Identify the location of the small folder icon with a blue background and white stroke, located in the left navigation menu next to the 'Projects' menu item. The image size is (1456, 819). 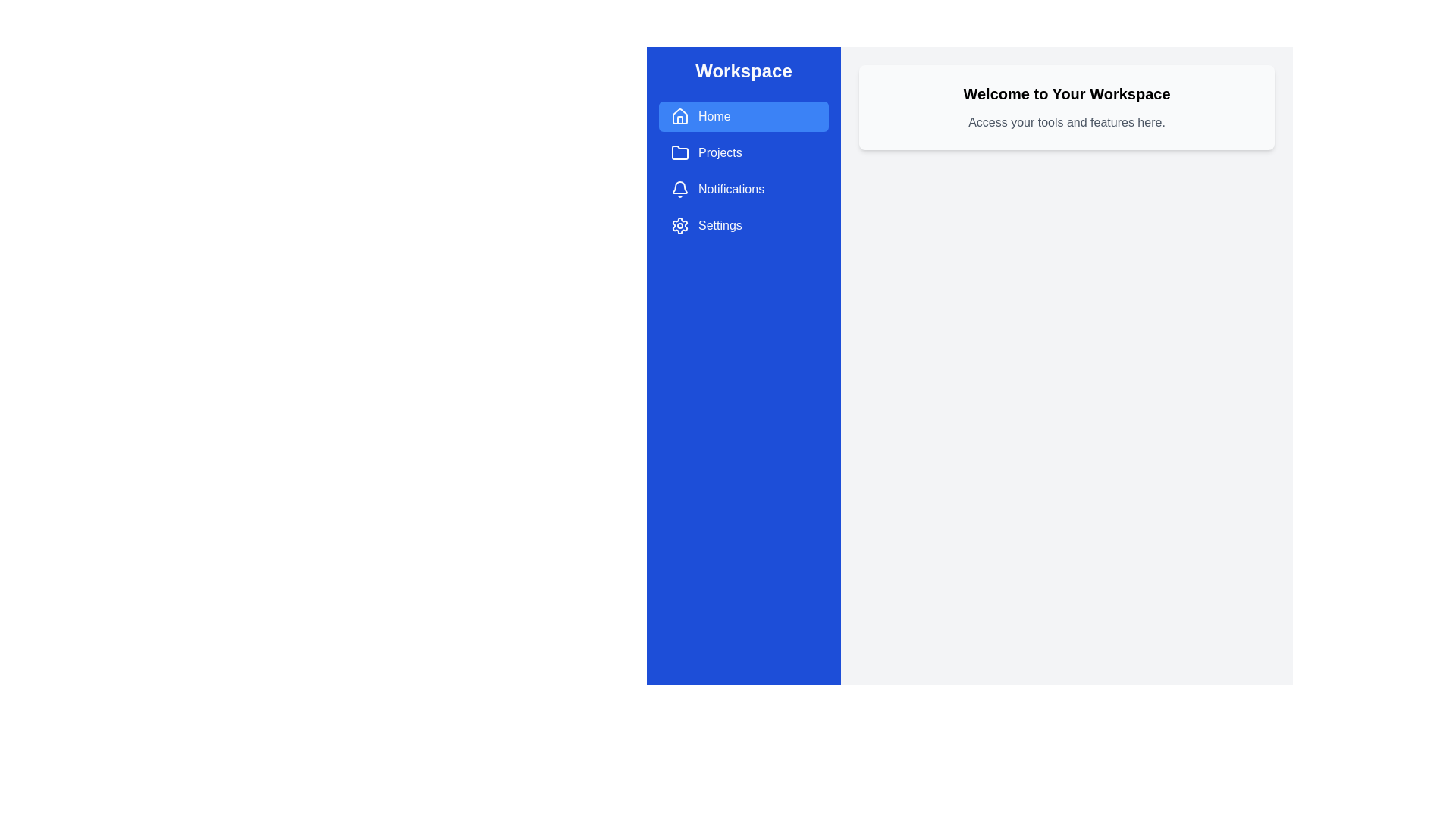
(679, 152).